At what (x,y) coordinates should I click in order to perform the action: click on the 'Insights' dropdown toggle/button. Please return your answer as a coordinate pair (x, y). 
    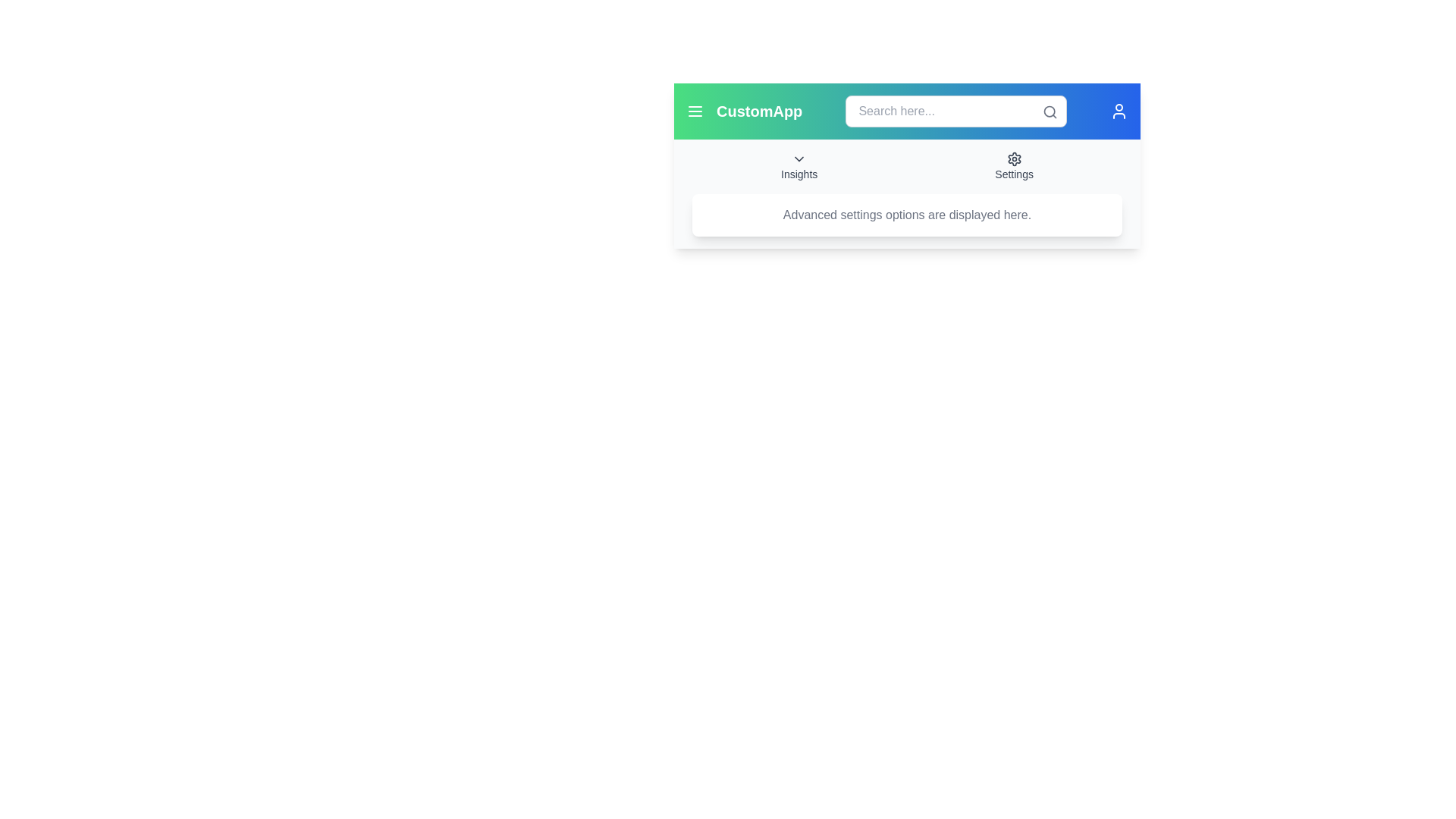
    Looking at the image, I should click on (799, 166).